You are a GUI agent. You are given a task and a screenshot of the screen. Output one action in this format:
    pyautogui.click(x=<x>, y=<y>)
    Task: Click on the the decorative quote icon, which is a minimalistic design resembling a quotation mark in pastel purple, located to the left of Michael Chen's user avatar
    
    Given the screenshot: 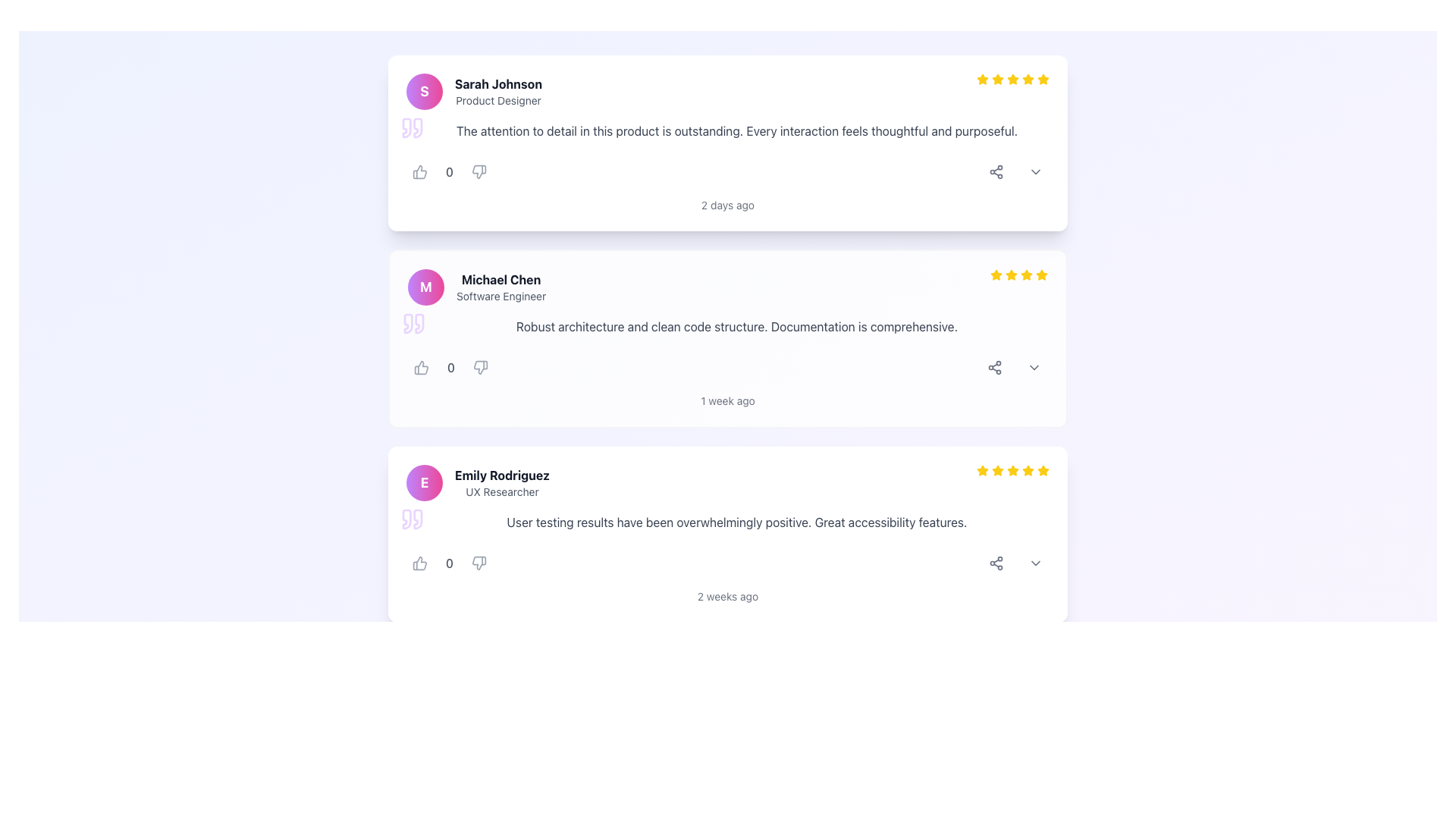 What is the action you would take?
    pyautogui.click(x=408, y=323)
    